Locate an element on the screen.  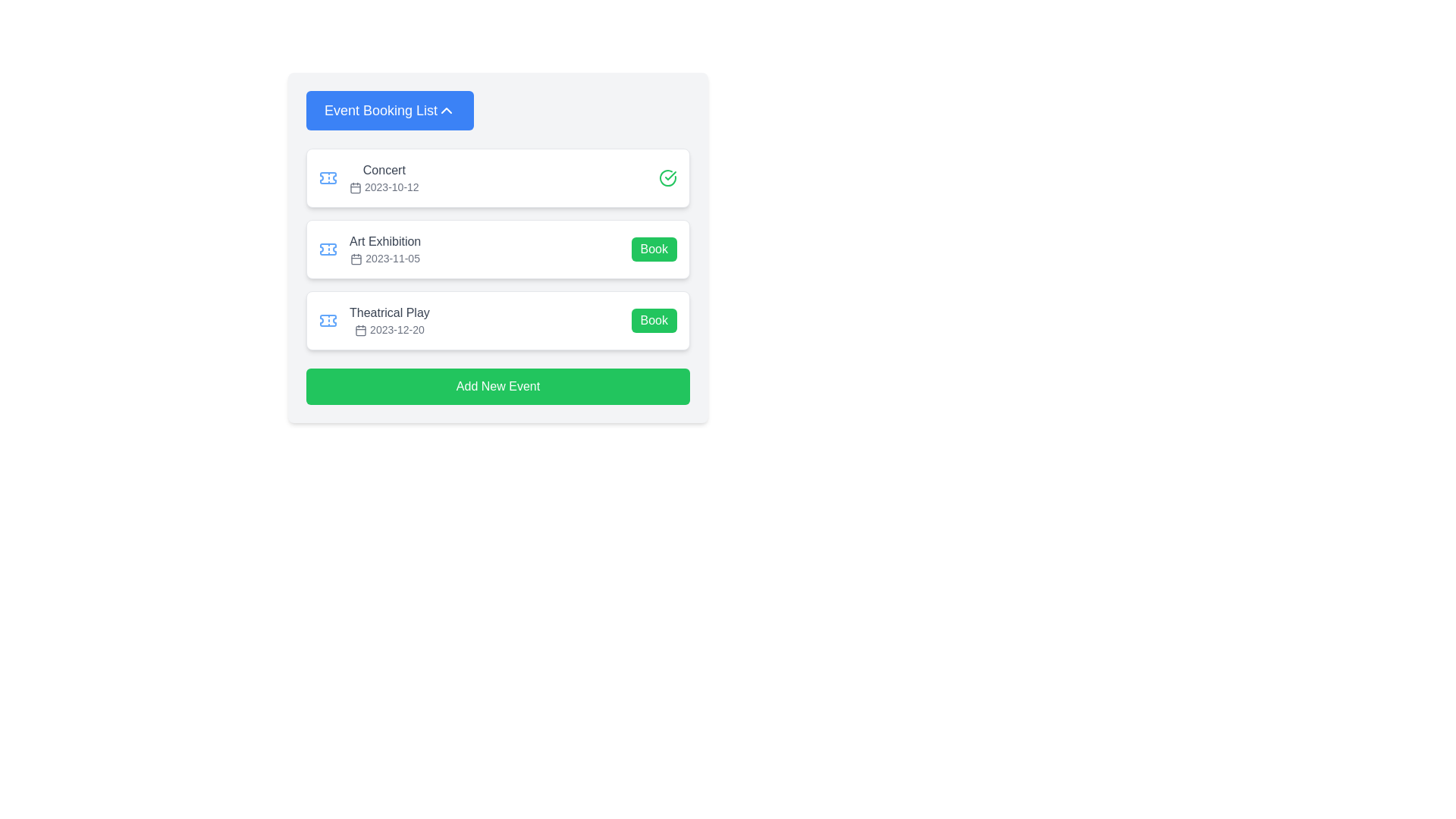
SVG rectangle element representing the calendar date feature in the 'Art Exhibition' event entry located to the left of the '2023-11-05' date by clicking on it is located at coordinates (356, 259).